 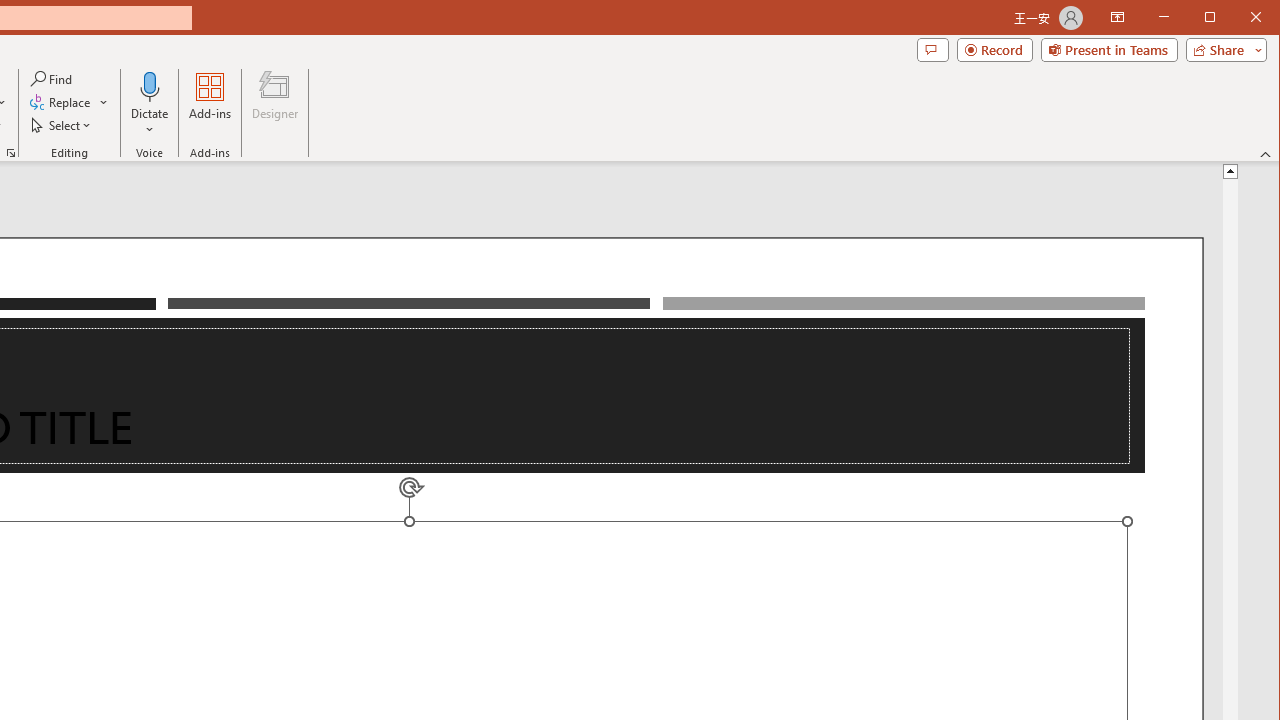 I want to click on 'Dictate', so click(x=149, y=104).